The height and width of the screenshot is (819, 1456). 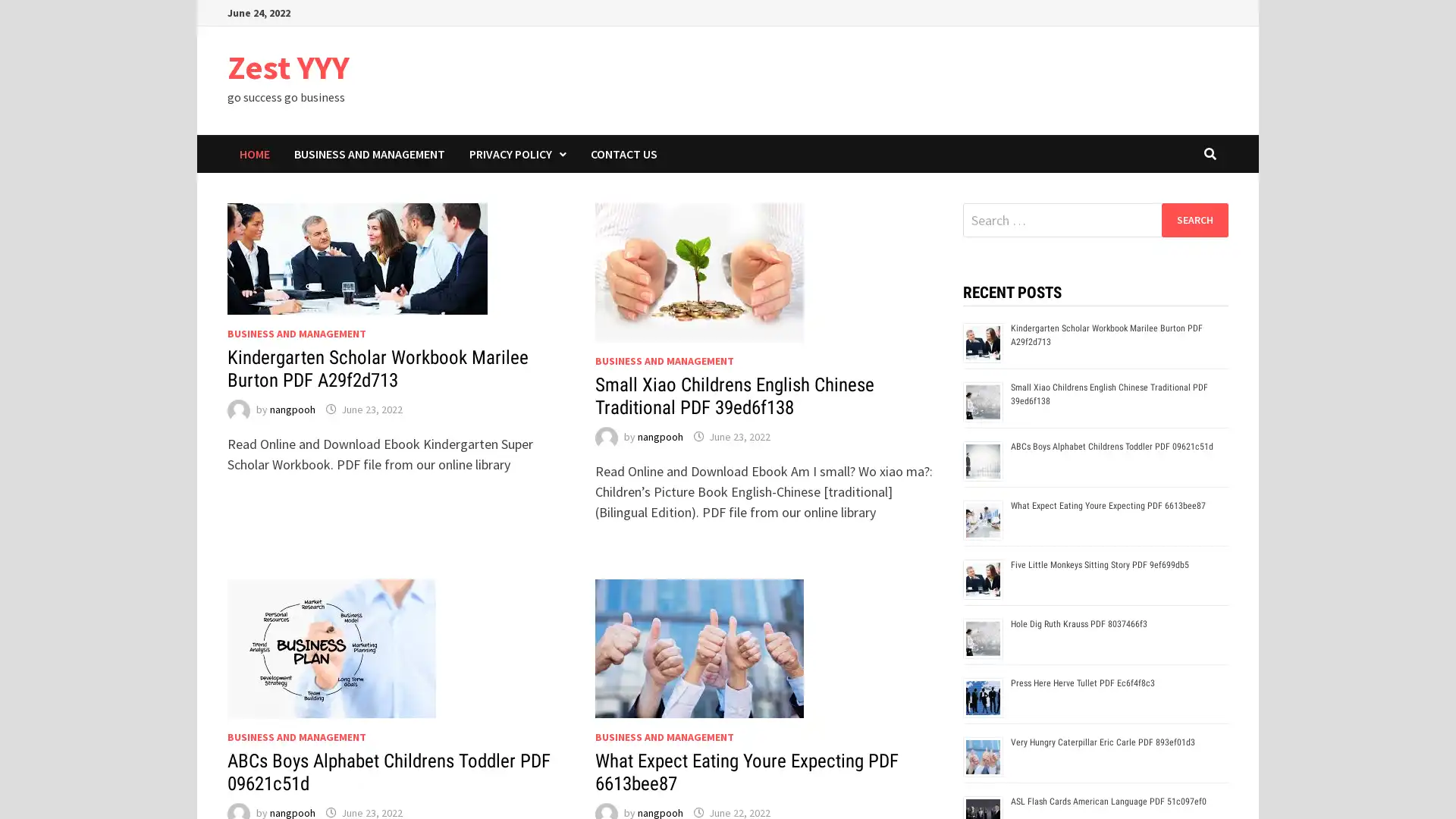 What do you see at coordinates (1194, 219) in the screenshot?
I see `Search` at bounding box center [1194, 219].